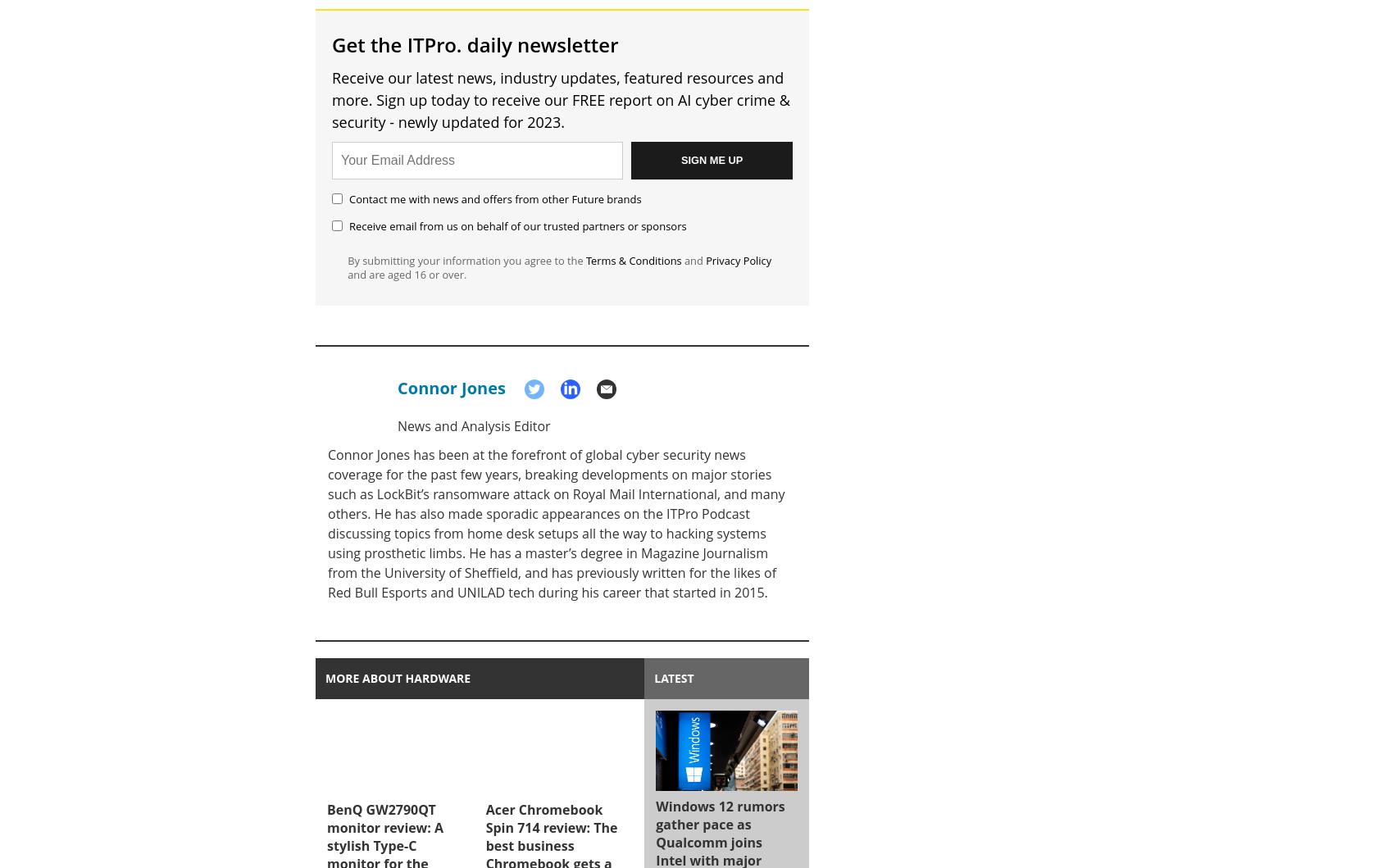  Describe the element at coordinates (451, 388) in the screenshot. I see `'Connor Jones'` at that location.